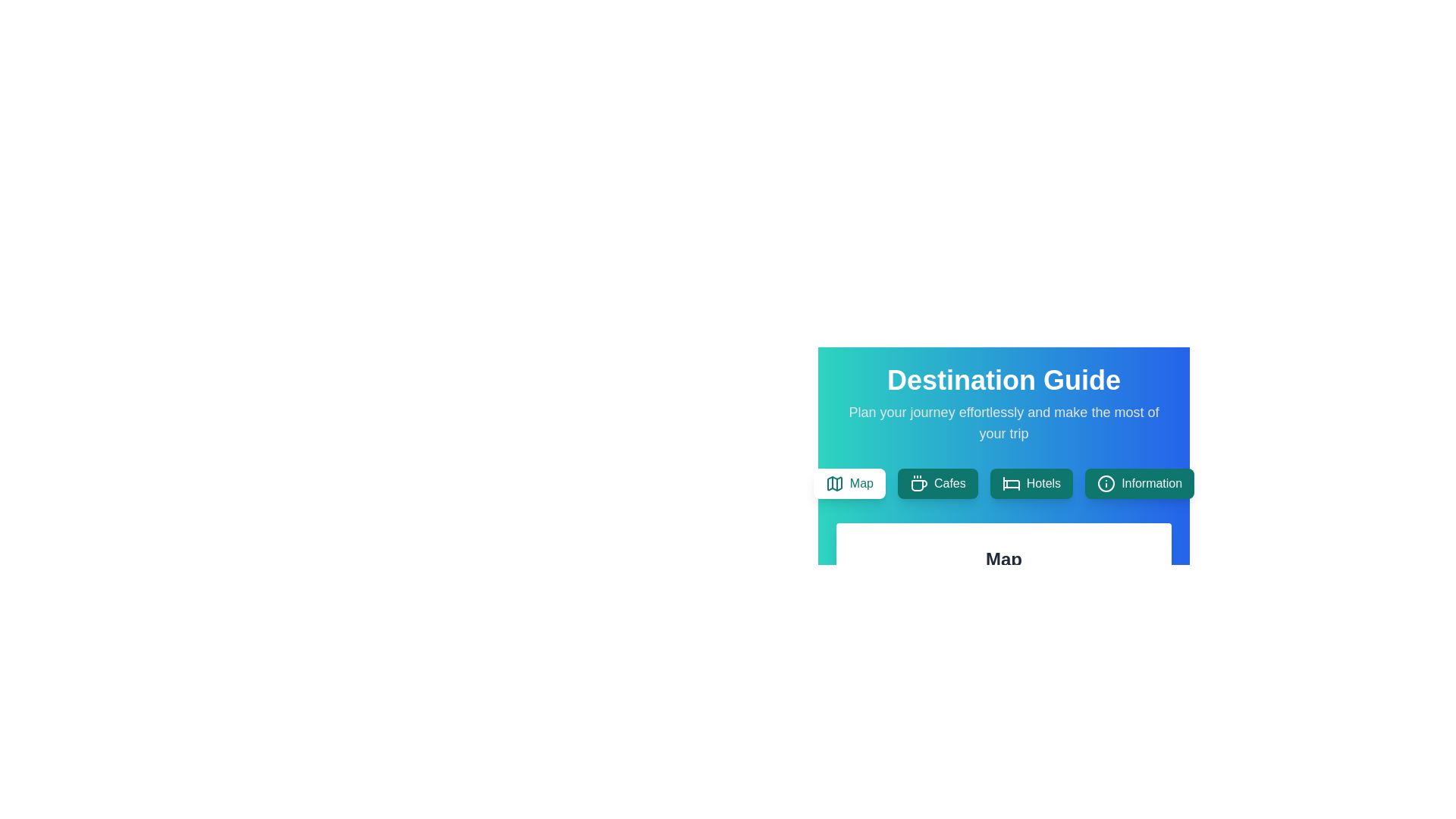 This screenshot has width=1456, height=819. Describe the element at coordinates (848, 483) in the screenshot. I see `the Map tab in the navigation menu` at that location.